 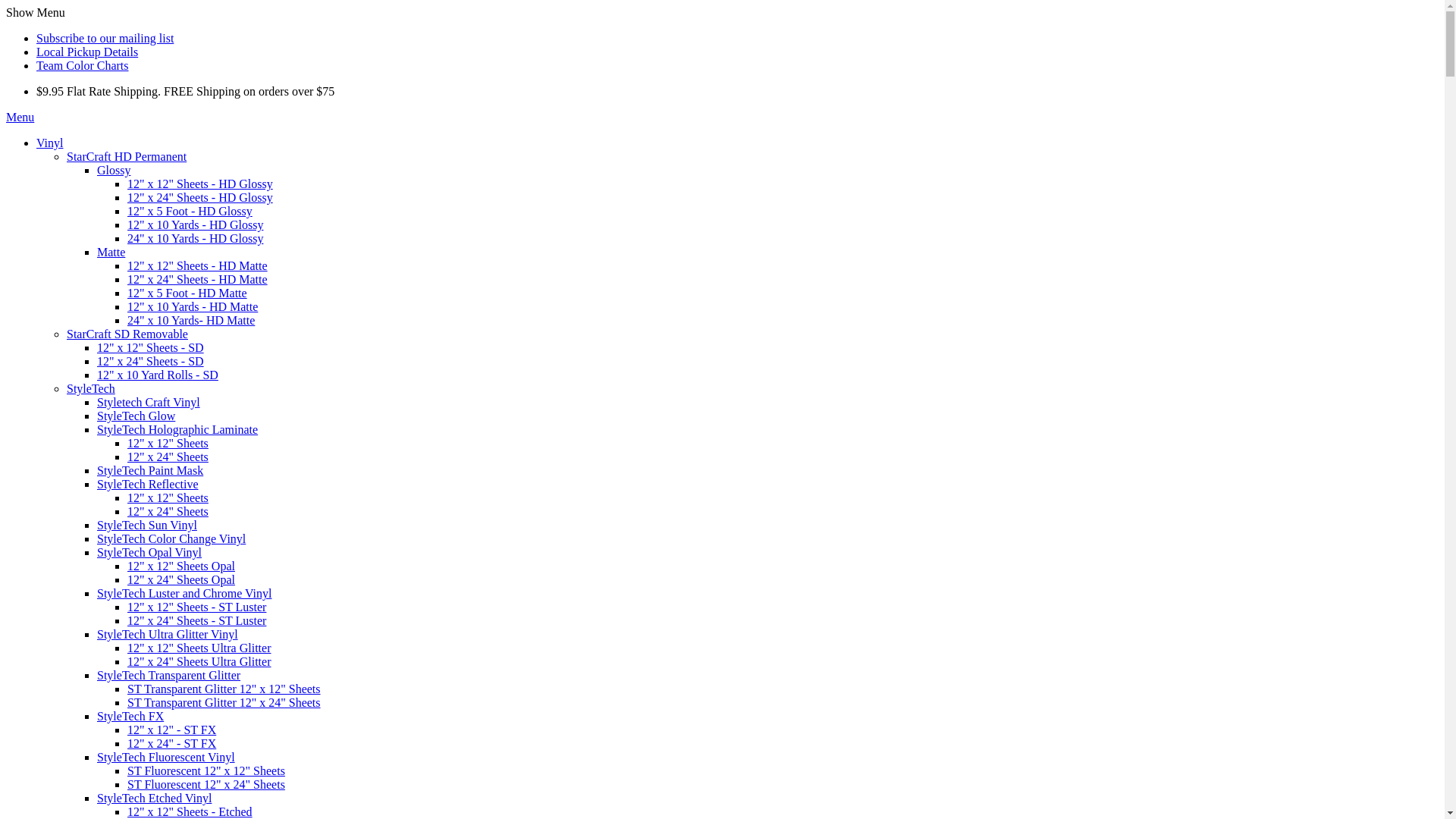 I want to click on 'StarCraft HD Permanent', so click(x=65, y=156).